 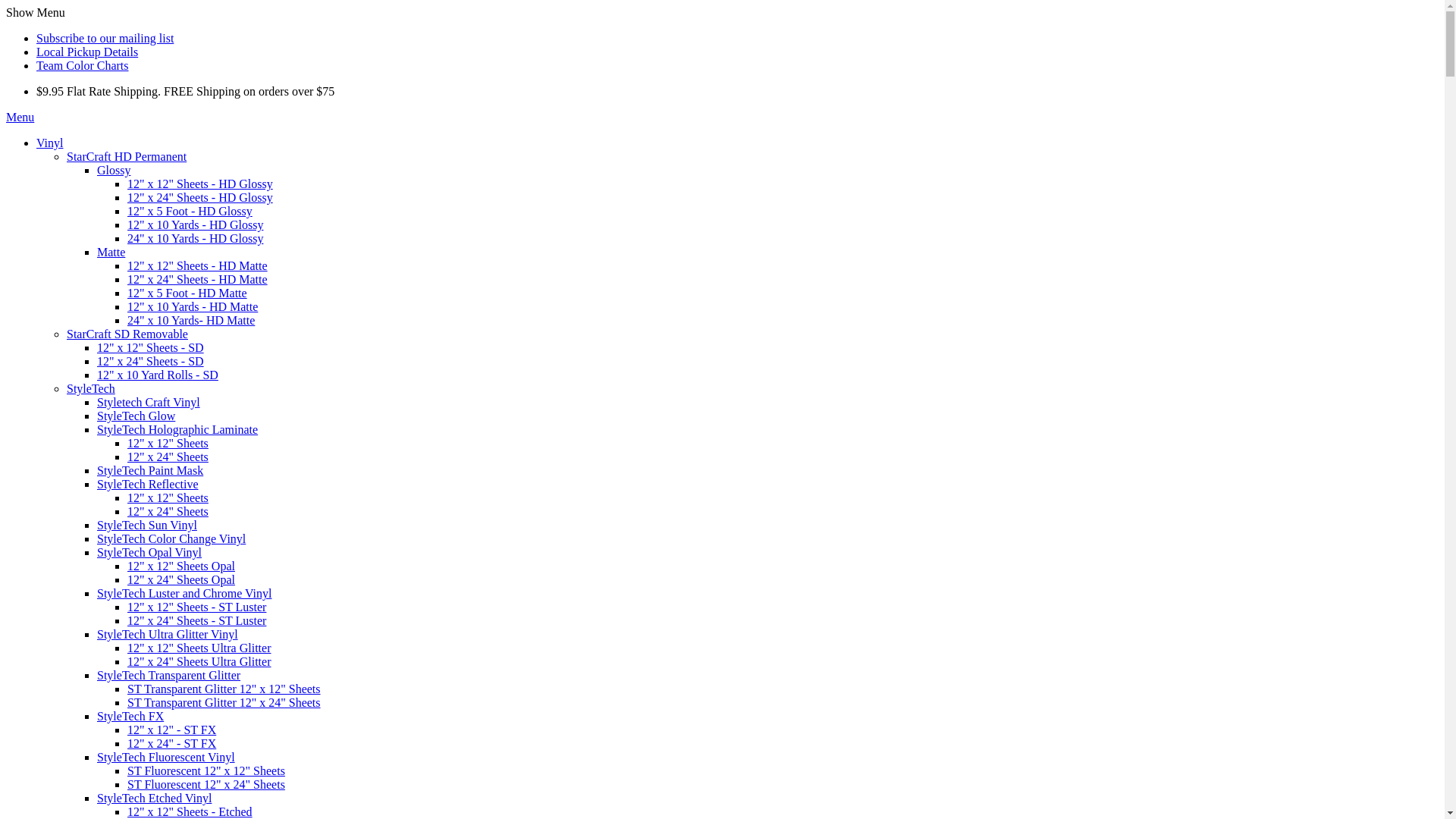 I want to click on 'StarCraft HD Permanent', so click(x=65, y=156).